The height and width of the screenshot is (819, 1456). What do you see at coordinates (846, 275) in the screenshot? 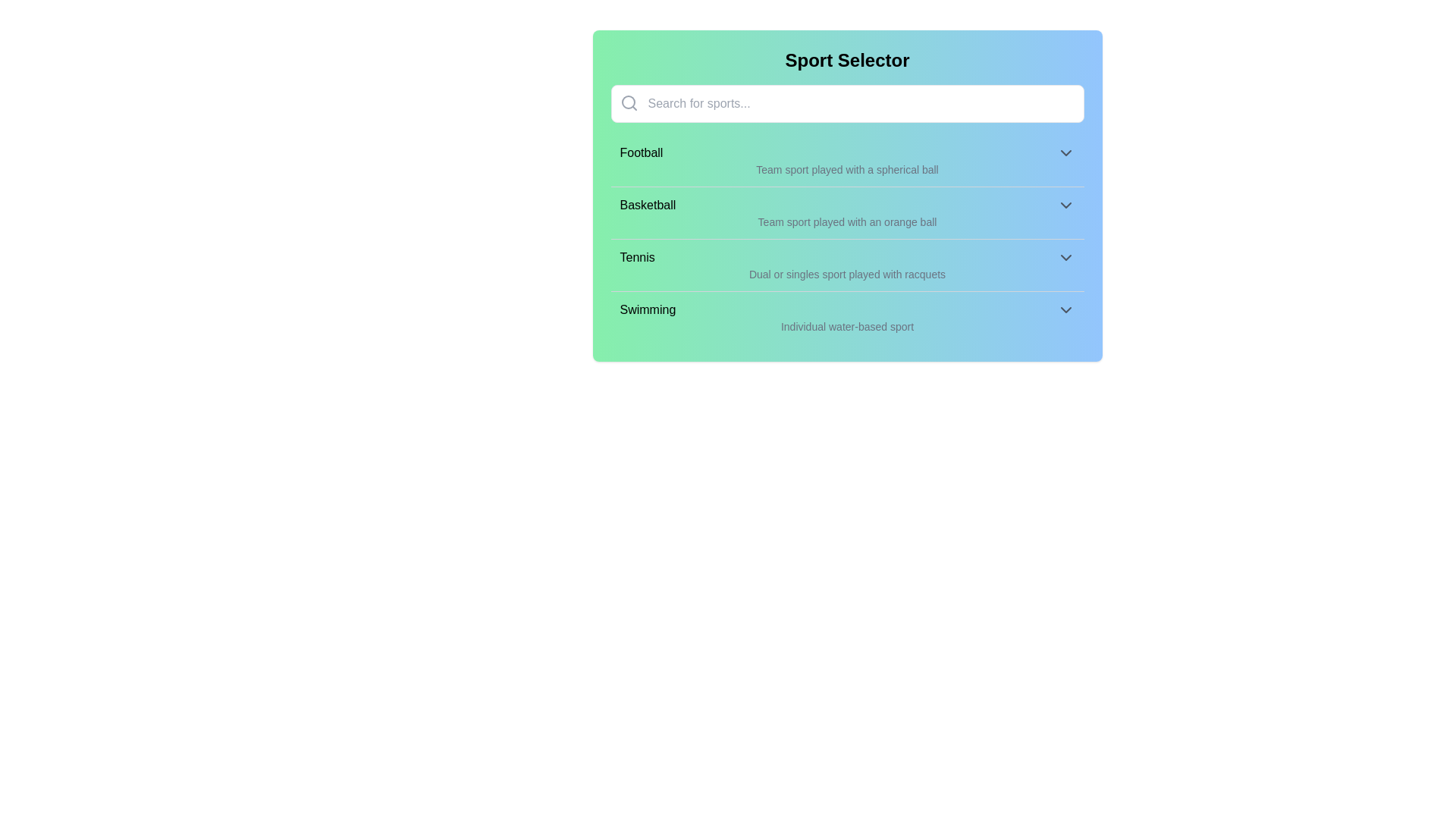
I see `the text label reading 'Dual or singles sport played with racquets', which is visually secondary and located beneath the larger text 'Tennis' in the dropdown menu entry` at bounding box center [846, 275].